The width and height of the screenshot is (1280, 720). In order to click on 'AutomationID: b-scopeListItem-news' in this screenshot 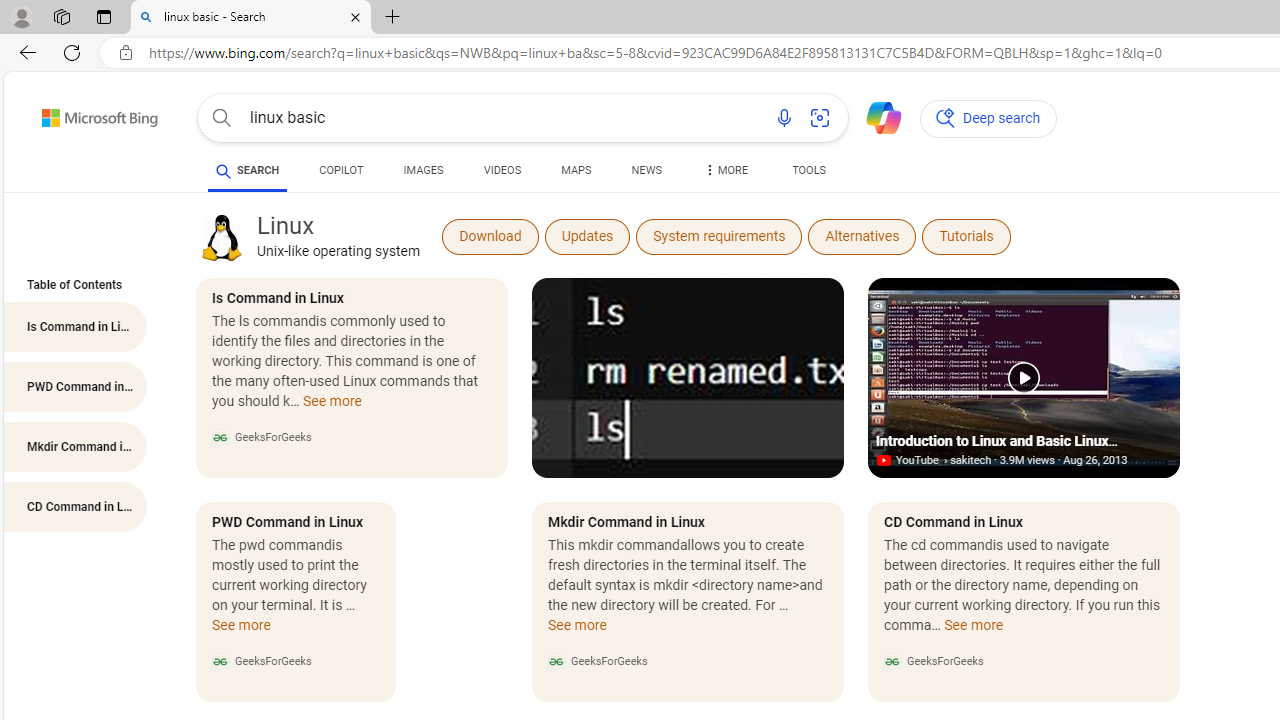, I will do `click(646, 172)`.